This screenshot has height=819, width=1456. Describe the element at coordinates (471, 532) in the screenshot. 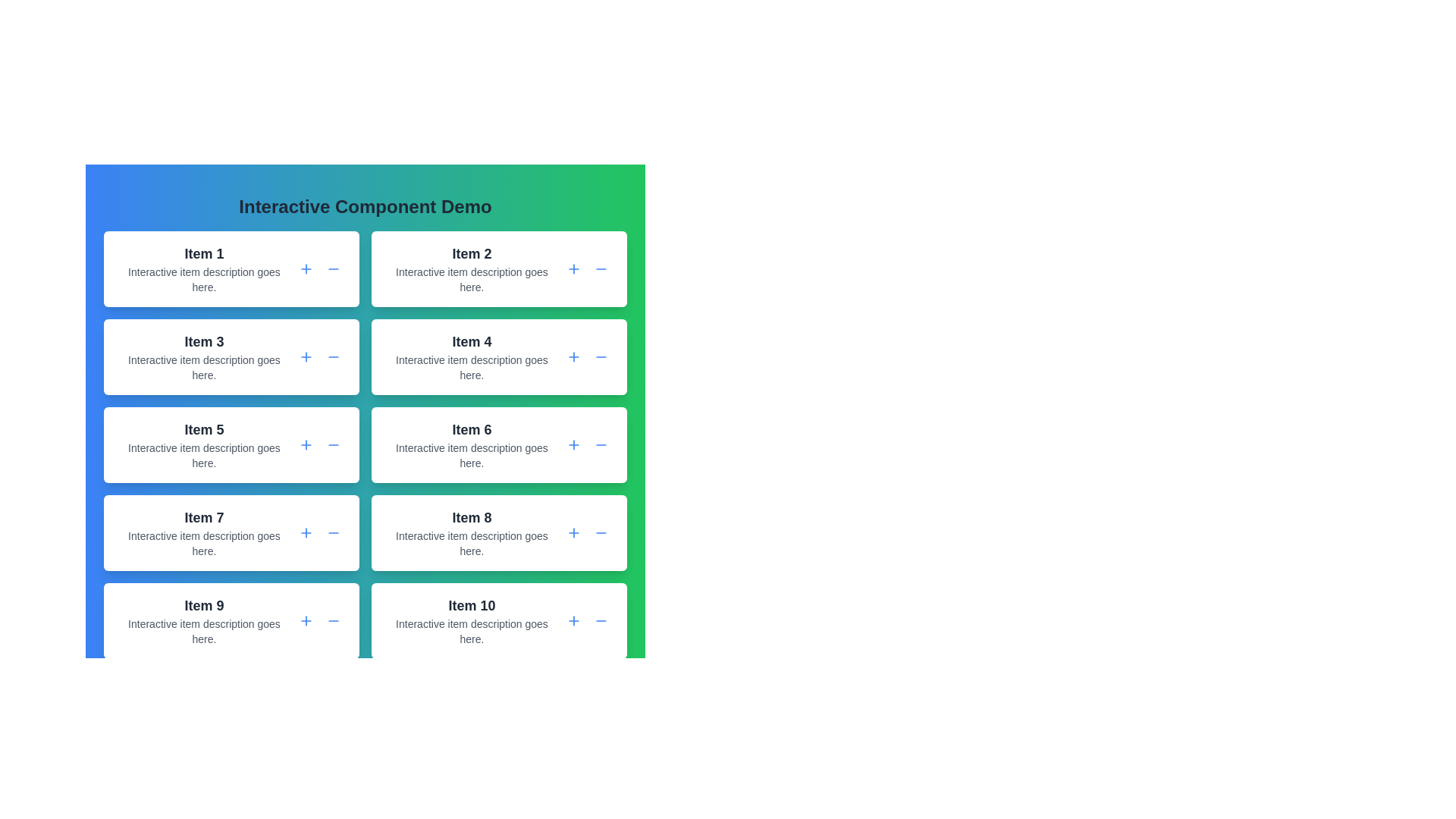

I see `the text block titled 'Item 8' which contains a description below it, positioned in the third row, second column of the grid layout` at that location.